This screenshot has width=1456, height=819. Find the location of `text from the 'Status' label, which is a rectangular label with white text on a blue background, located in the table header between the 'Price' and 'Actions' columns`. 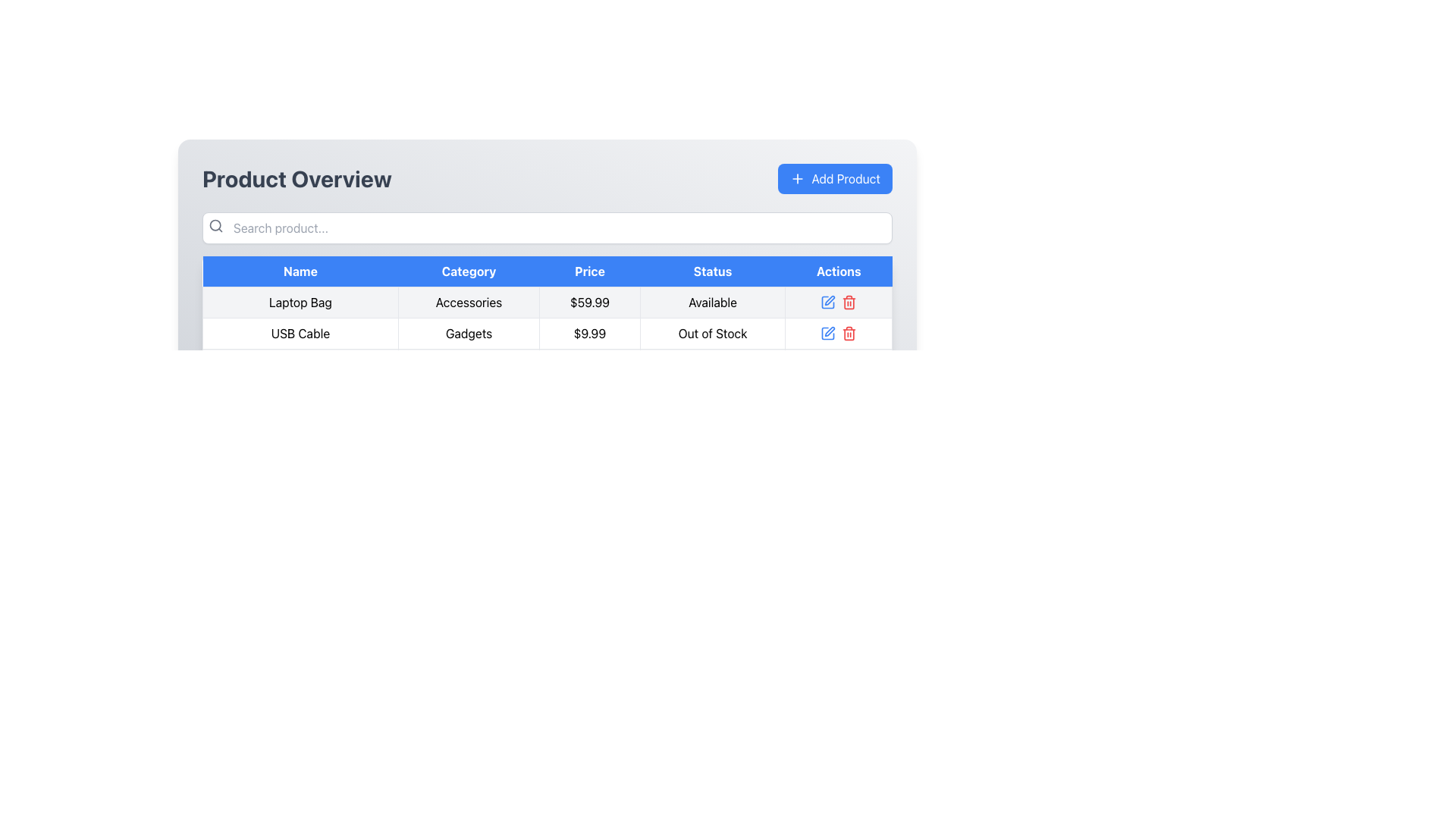

text from the 'Status' label, which is a rectangular label with white text on a blue background, located in the table header between the 'Price' and 'Actions' columns is located at coordinates (712, 271).